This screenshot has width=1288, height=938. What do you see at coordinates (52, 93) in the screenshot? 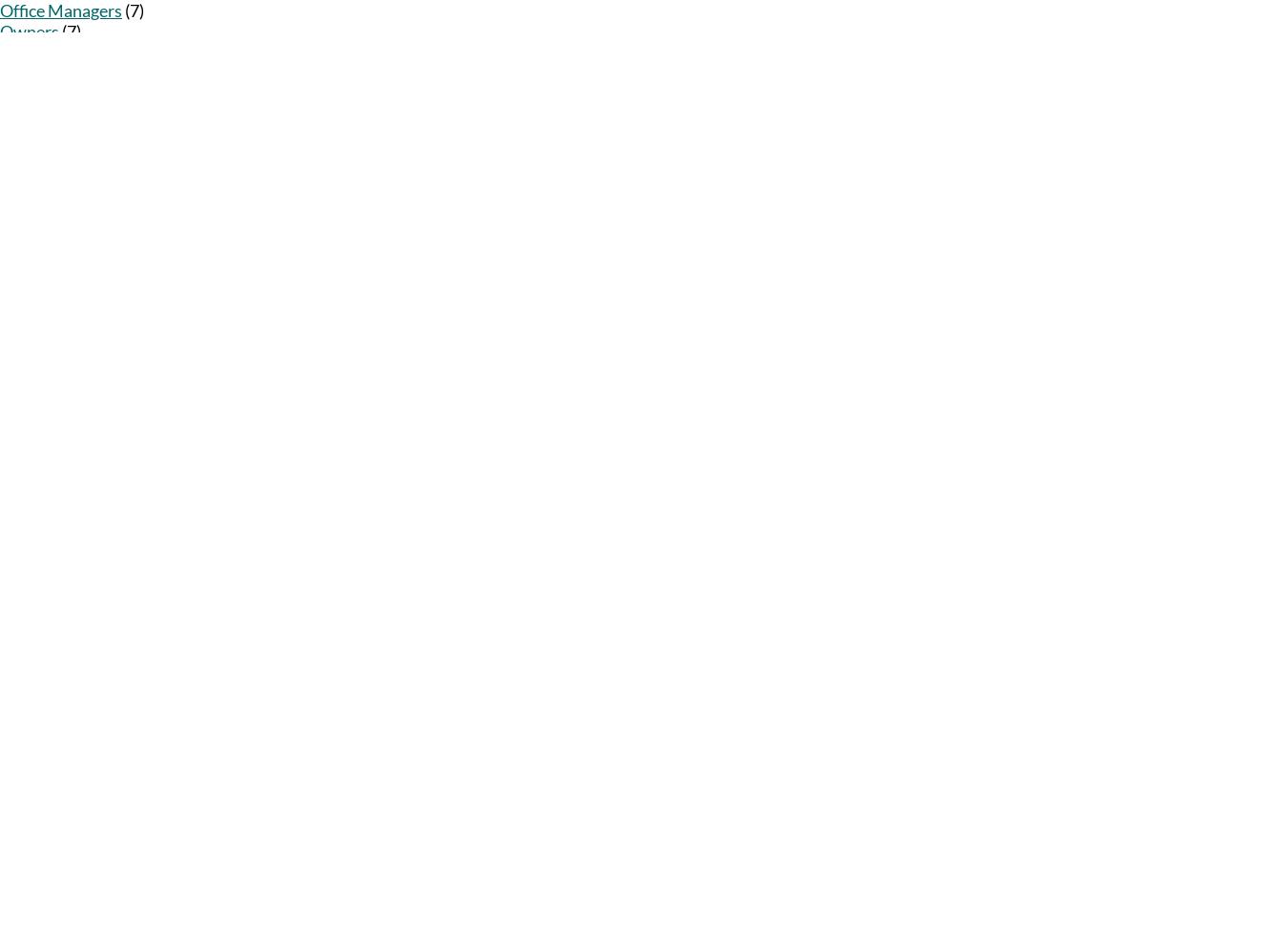
I see `'Uncategorized'` at bounding box center [52, 93].